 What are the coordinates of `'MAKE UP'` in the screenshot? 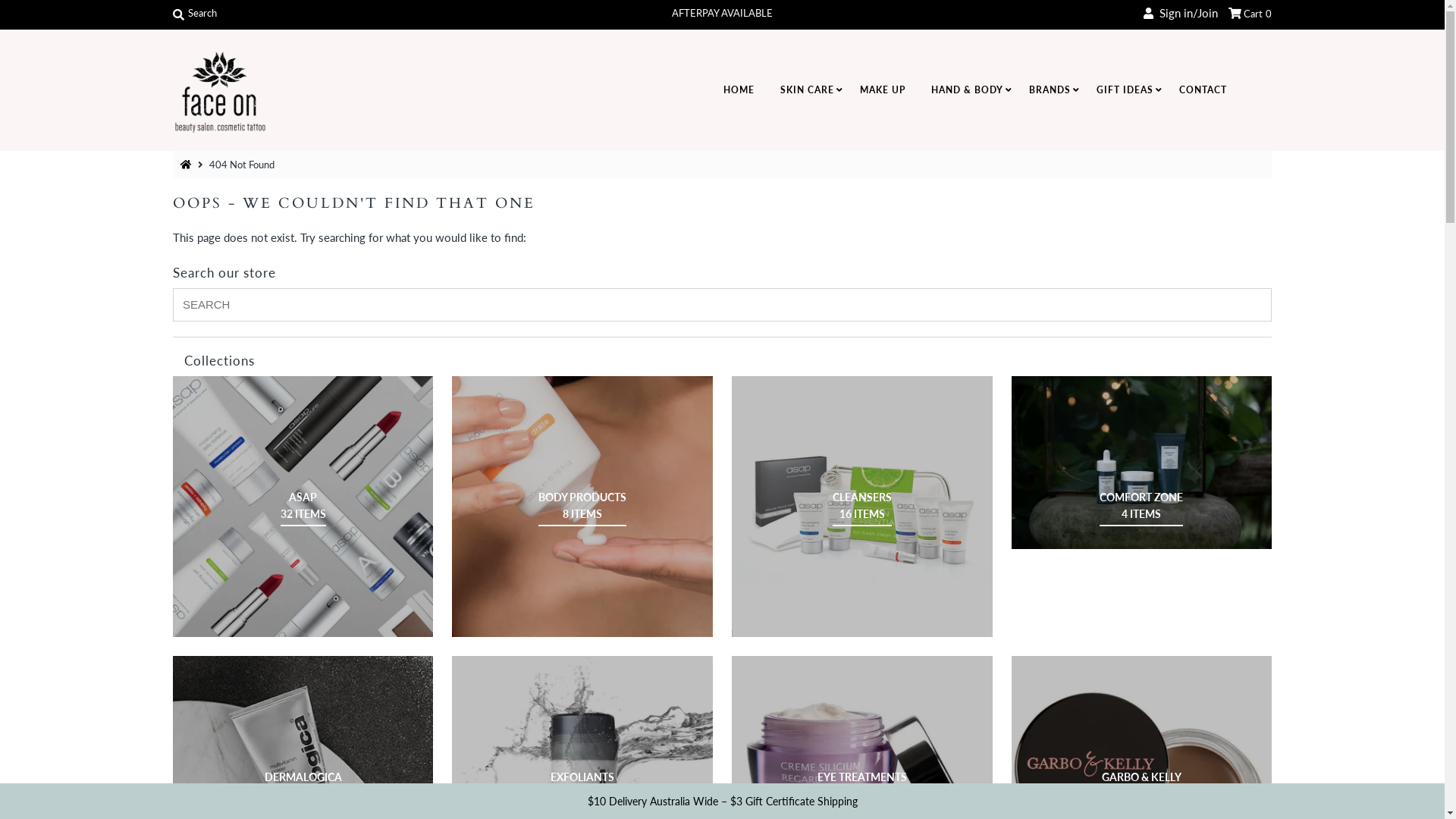 It's located at (881, 90).